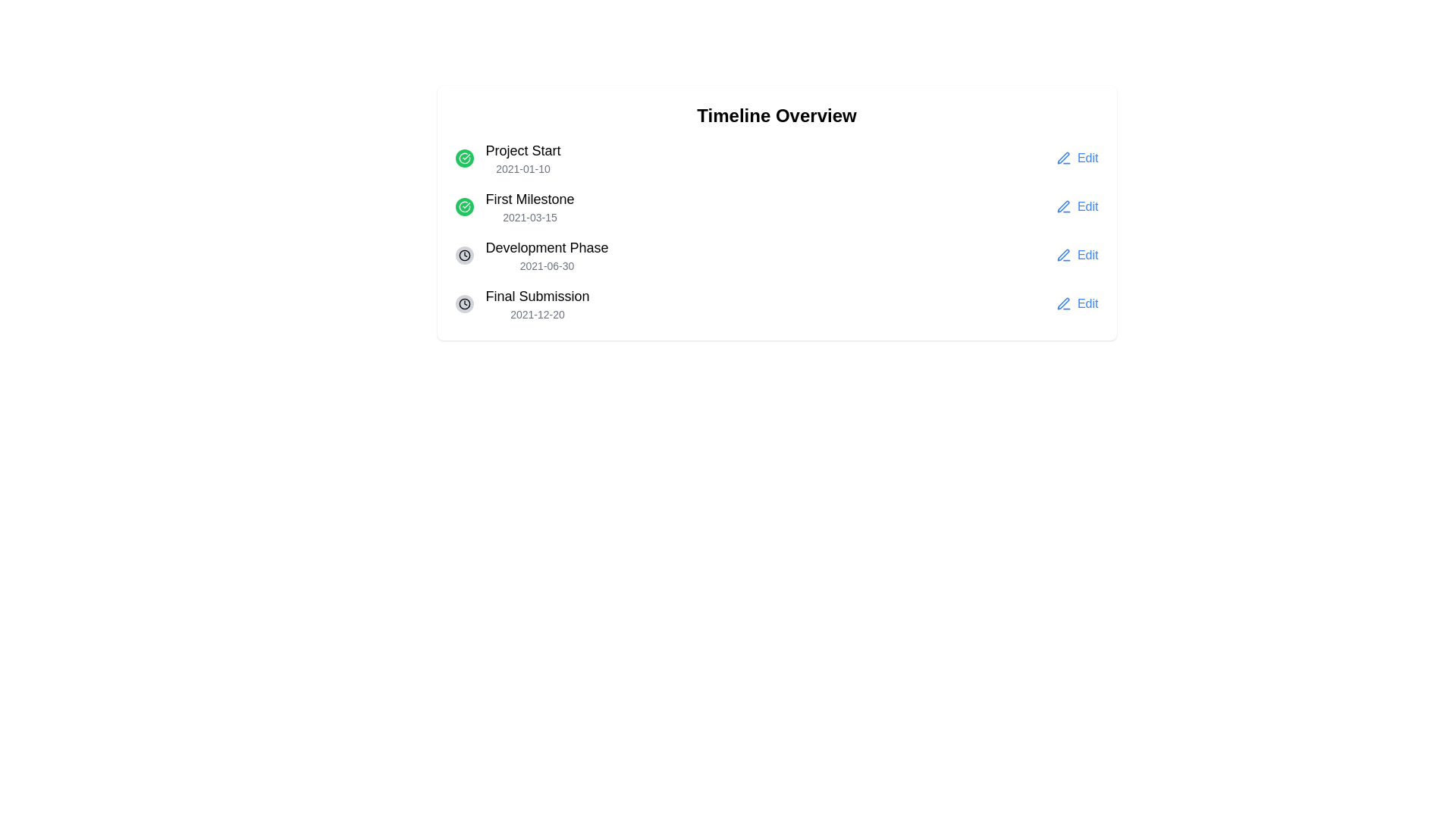  What do you see at coordinates (538, 304) in the screenshot?
I see `text from the 'Final Submission' and '2021-12-20' text and label combination located in the fourth position under the 'Timeline Overview' header` at bounding box center [538, 304].